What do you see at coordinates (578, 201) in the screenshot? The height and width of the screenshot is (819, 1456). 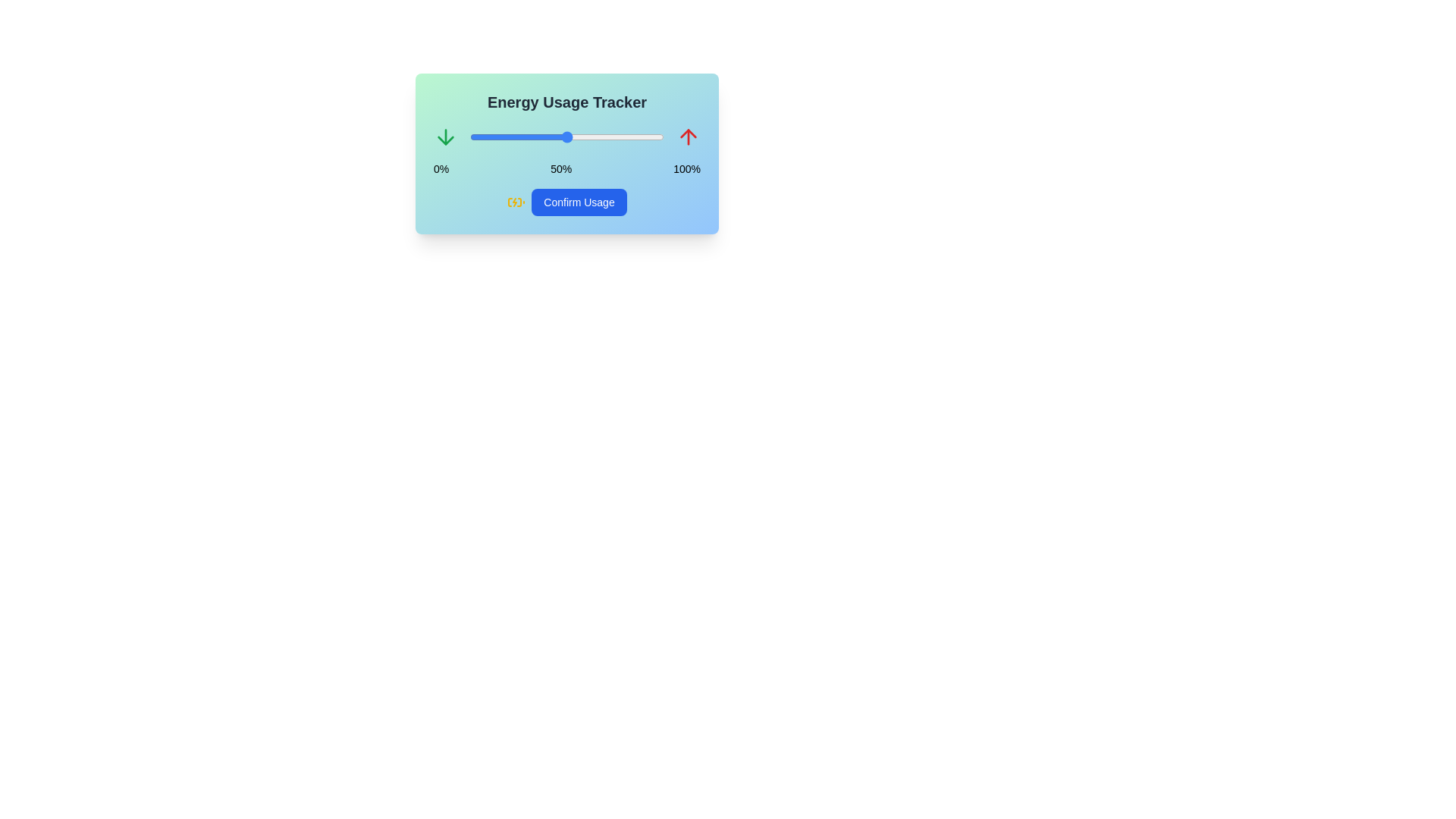 I see `the 'Confirm Usage' button to confirm the selected energy usage` at bounding box center [578, 201].